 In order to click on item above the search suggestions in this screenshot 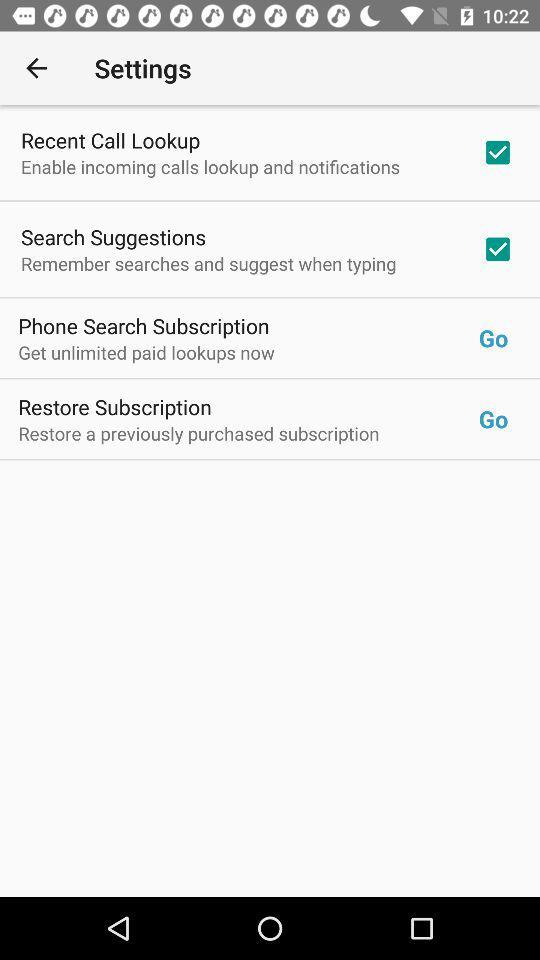, I will do `click(209, 165)`.